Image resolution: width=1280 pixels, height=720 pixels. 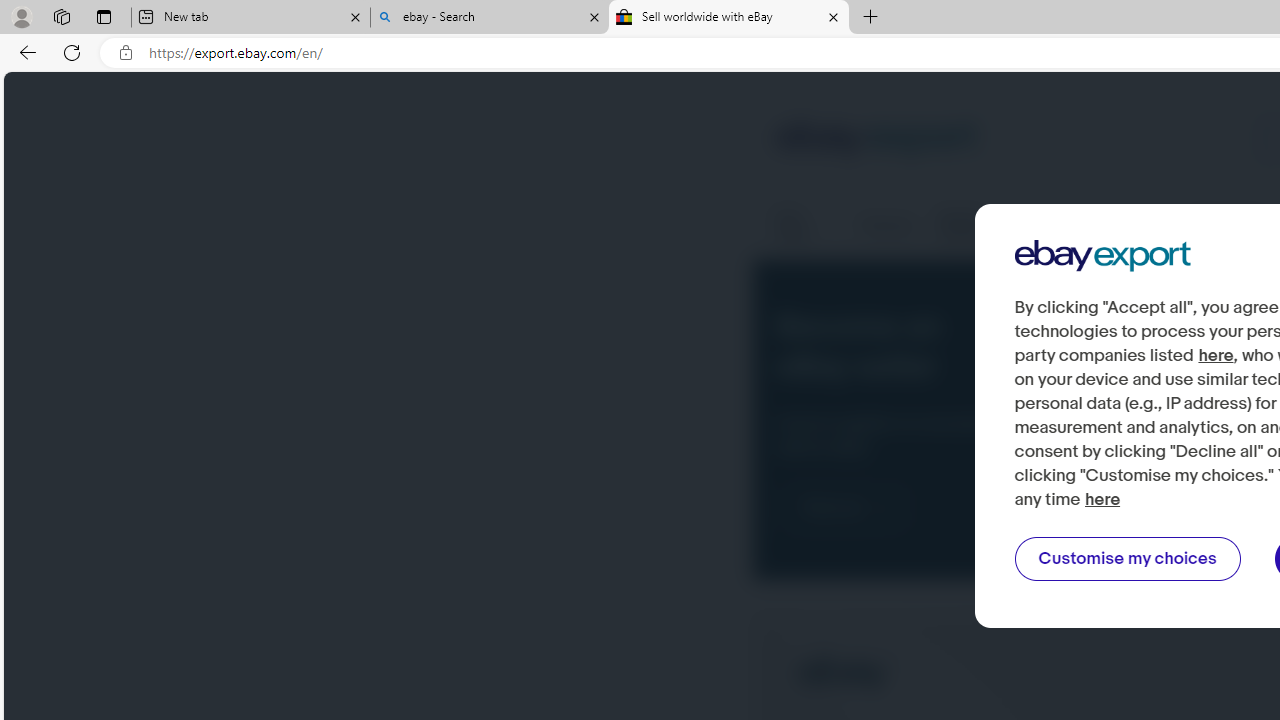 I want to click on 'Ebay Export', so click(x=1101, y=255).